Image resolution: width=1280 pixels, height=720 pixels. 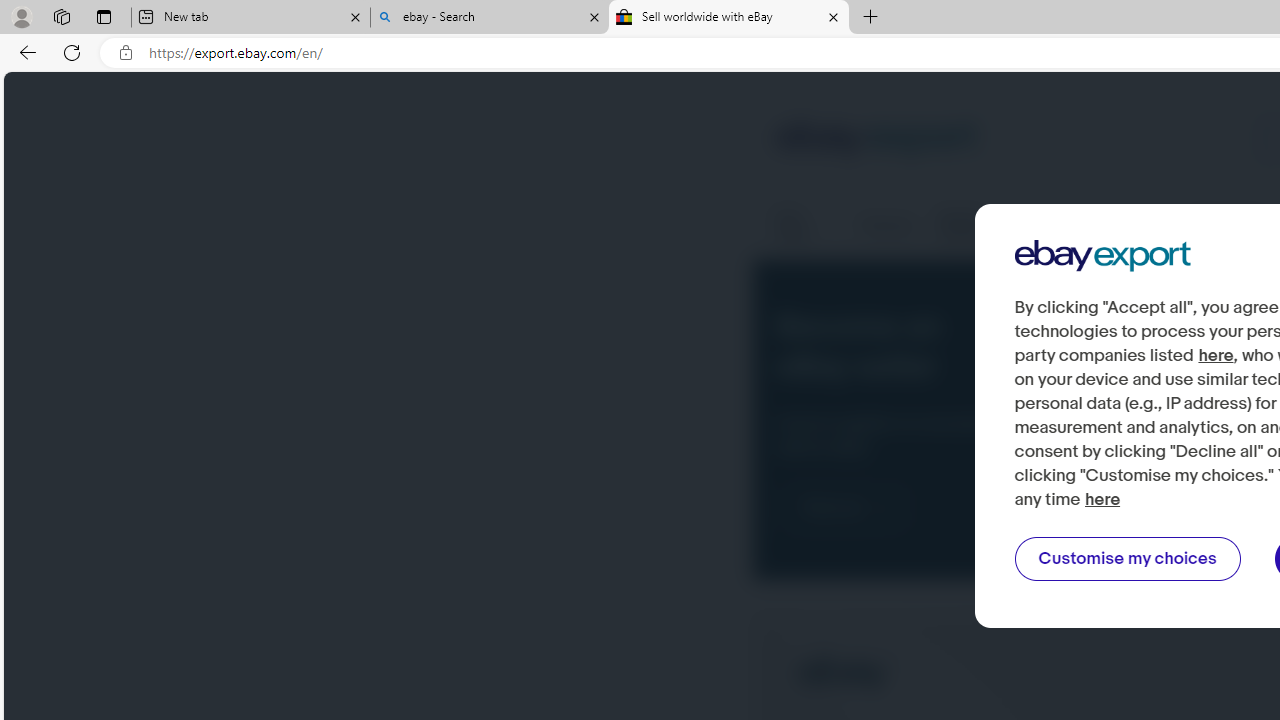 I want to click on 'Ebay Export', so click(x=1101, y=255).